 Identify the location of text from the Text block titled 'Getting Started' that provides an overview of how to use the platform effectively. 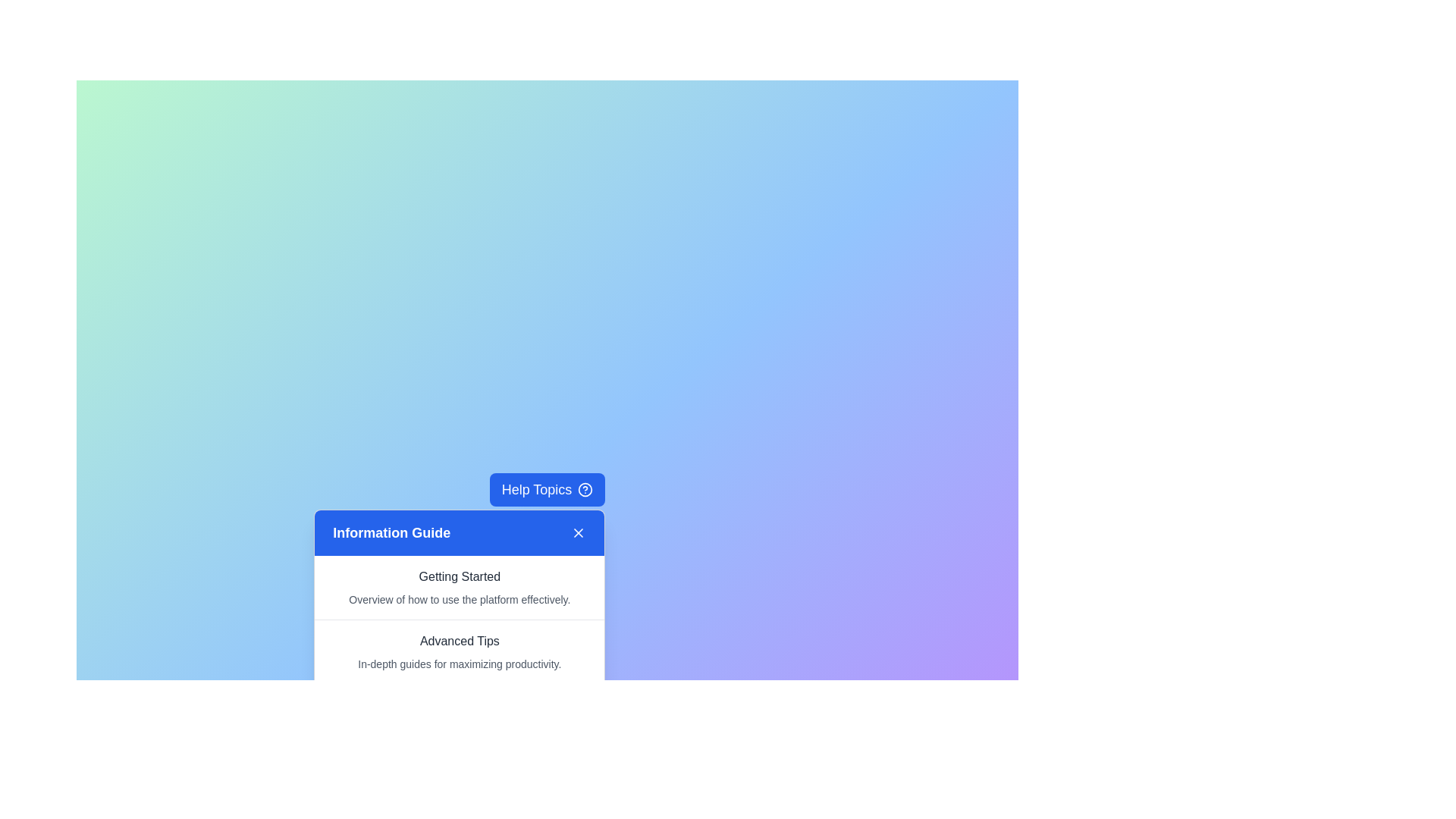
(459, 587).